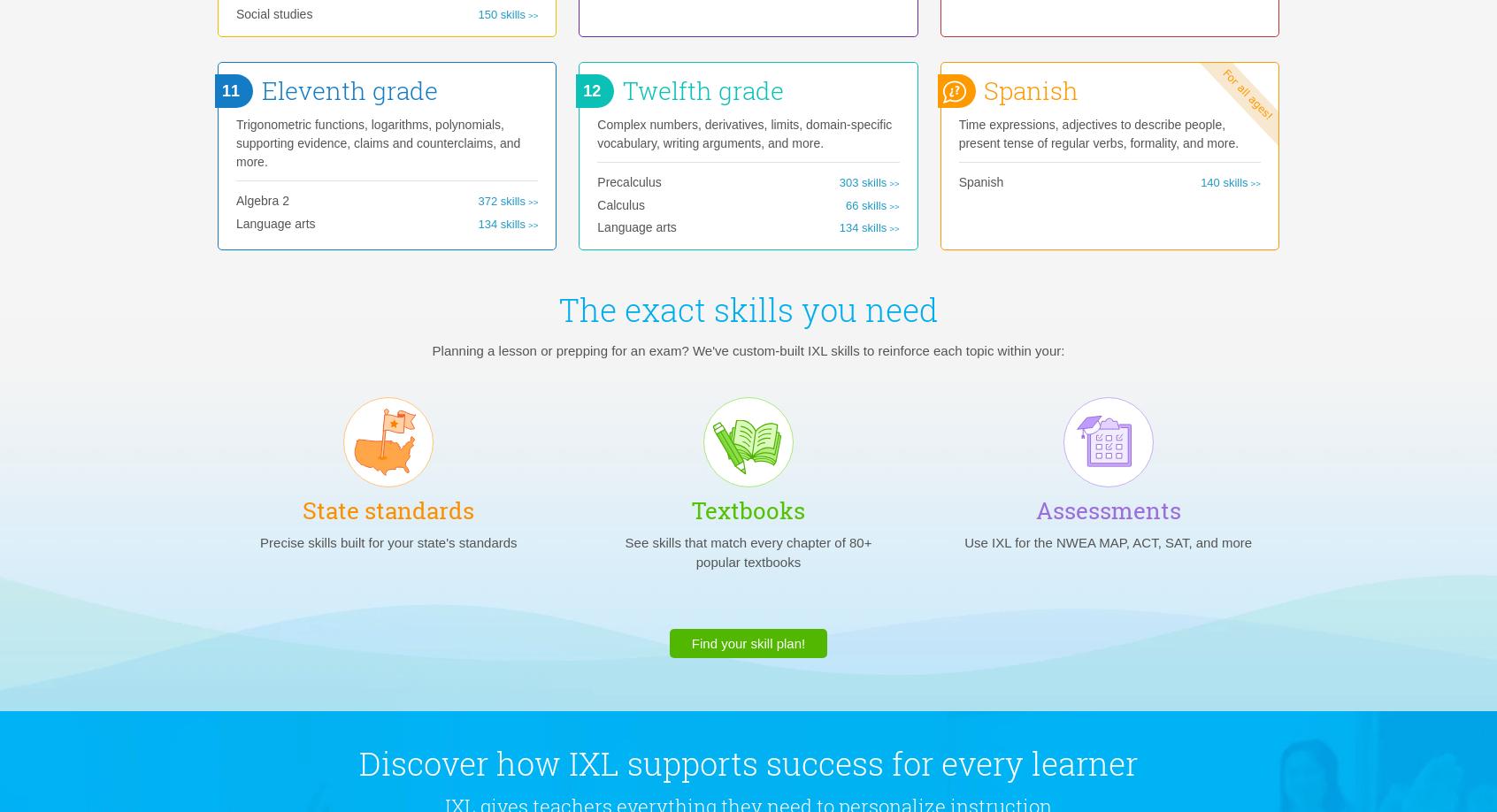 This screenshot has height=812, width=1497. I want to click on '372 skills', so click(500, 201).